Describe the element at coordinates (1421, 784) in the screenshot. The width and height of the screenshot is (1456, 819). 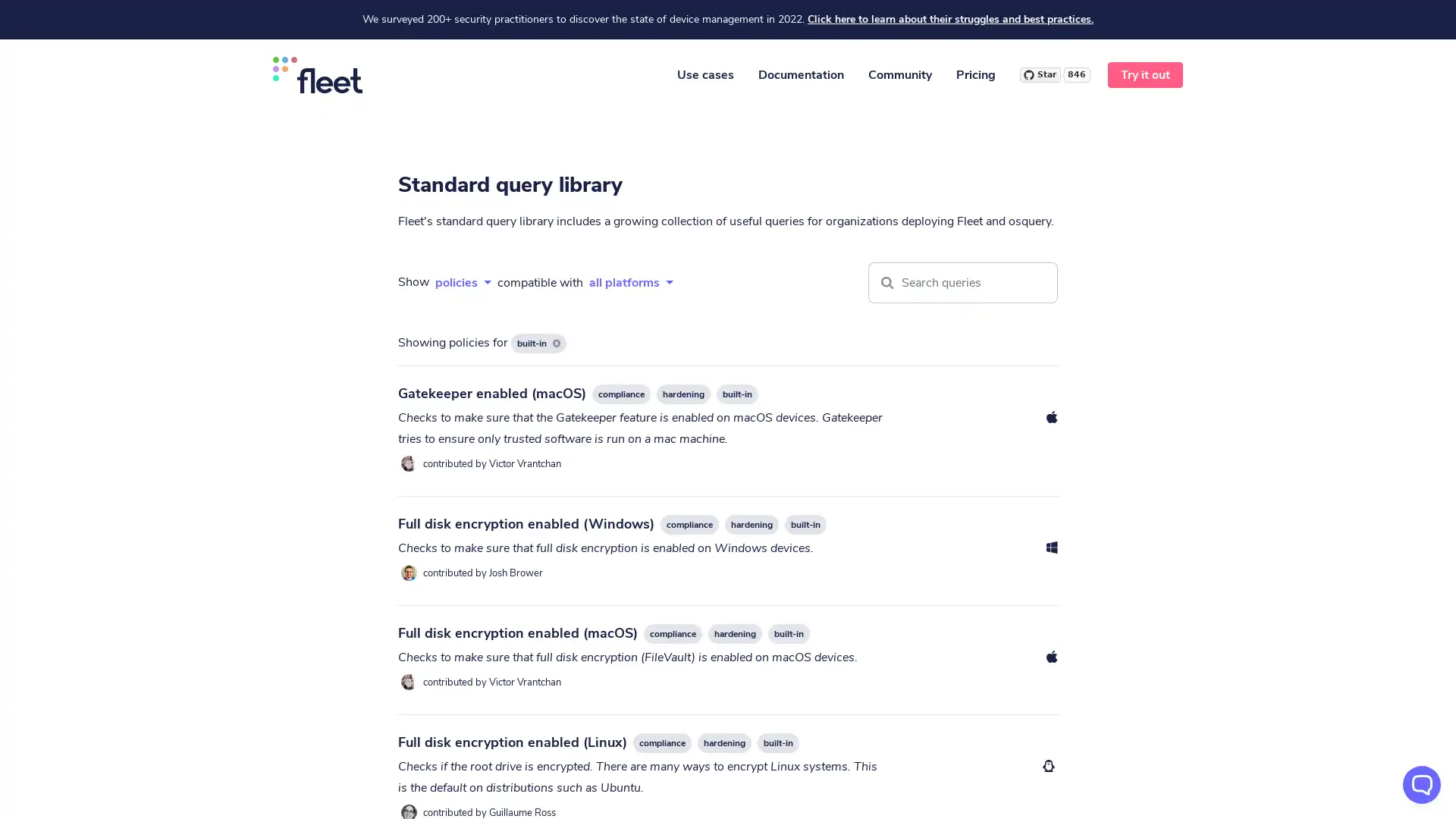
I see `Open chat widget` at that location.